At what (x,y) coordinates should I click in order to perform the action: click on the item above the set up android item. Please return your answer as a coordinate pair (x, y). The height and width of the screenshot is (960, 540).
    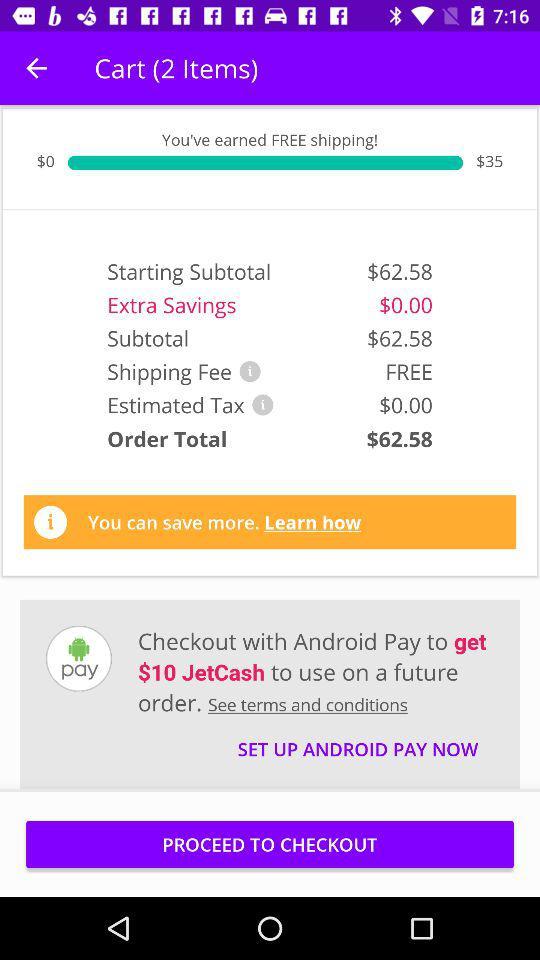
    Looking at the image, I should click on (315, 671).